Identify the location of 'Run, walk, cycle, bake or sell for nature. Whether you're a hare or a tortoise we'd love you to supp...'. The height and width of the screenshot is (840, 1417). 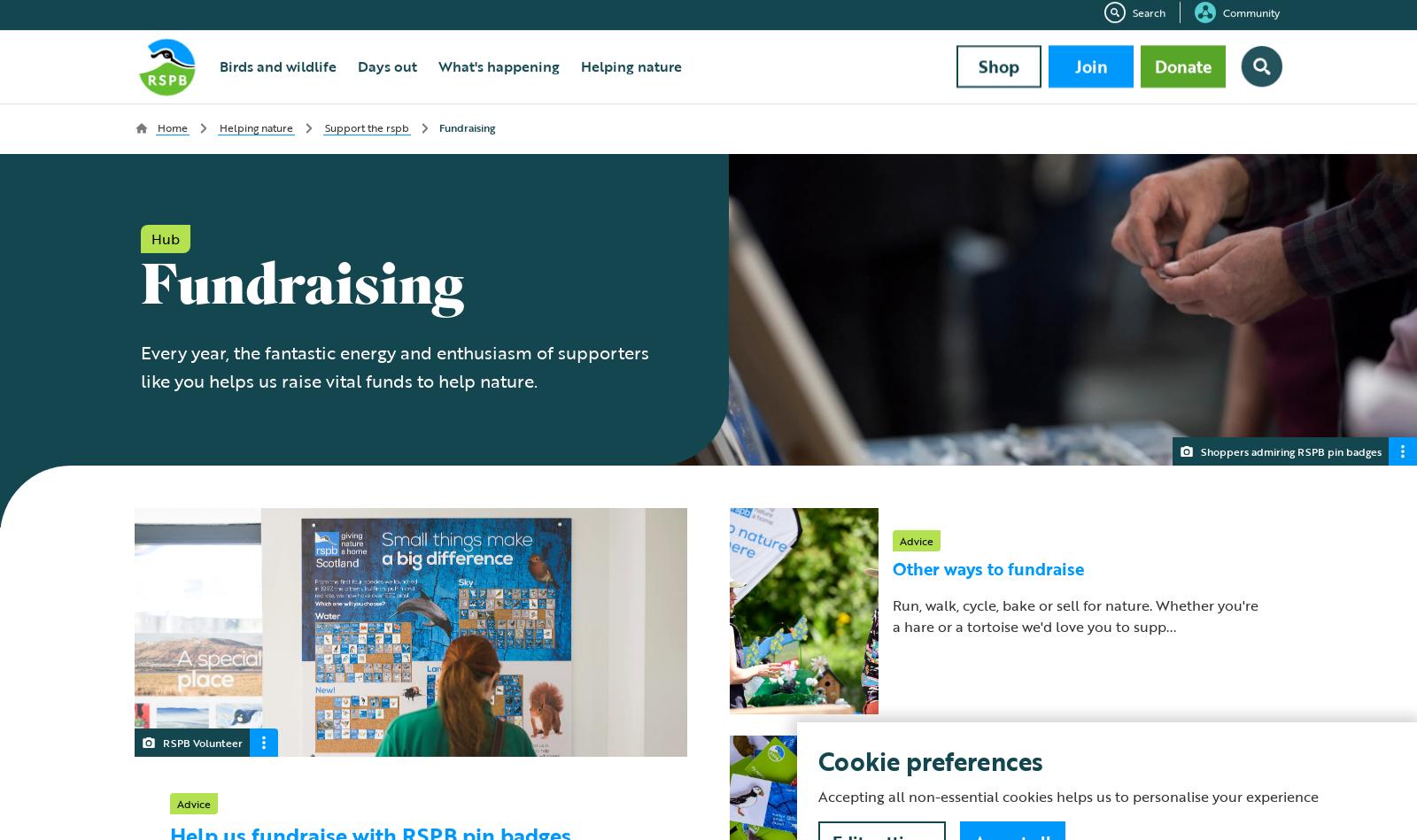
(1074, 615).